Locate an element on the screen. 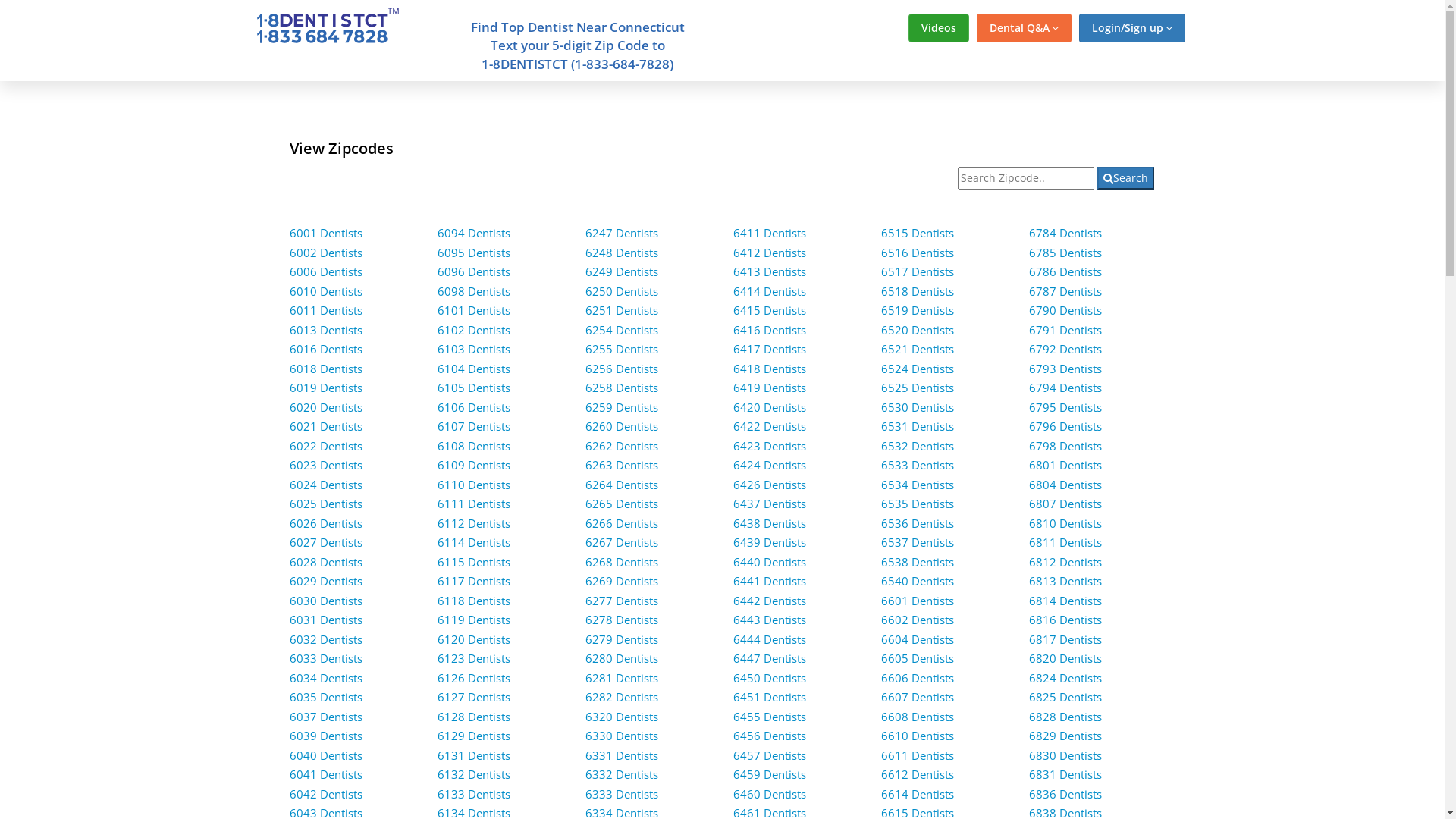 The height and width of the screenshot is (819, 1456). '6029 Dentists' is located at coordinates (325, 580).